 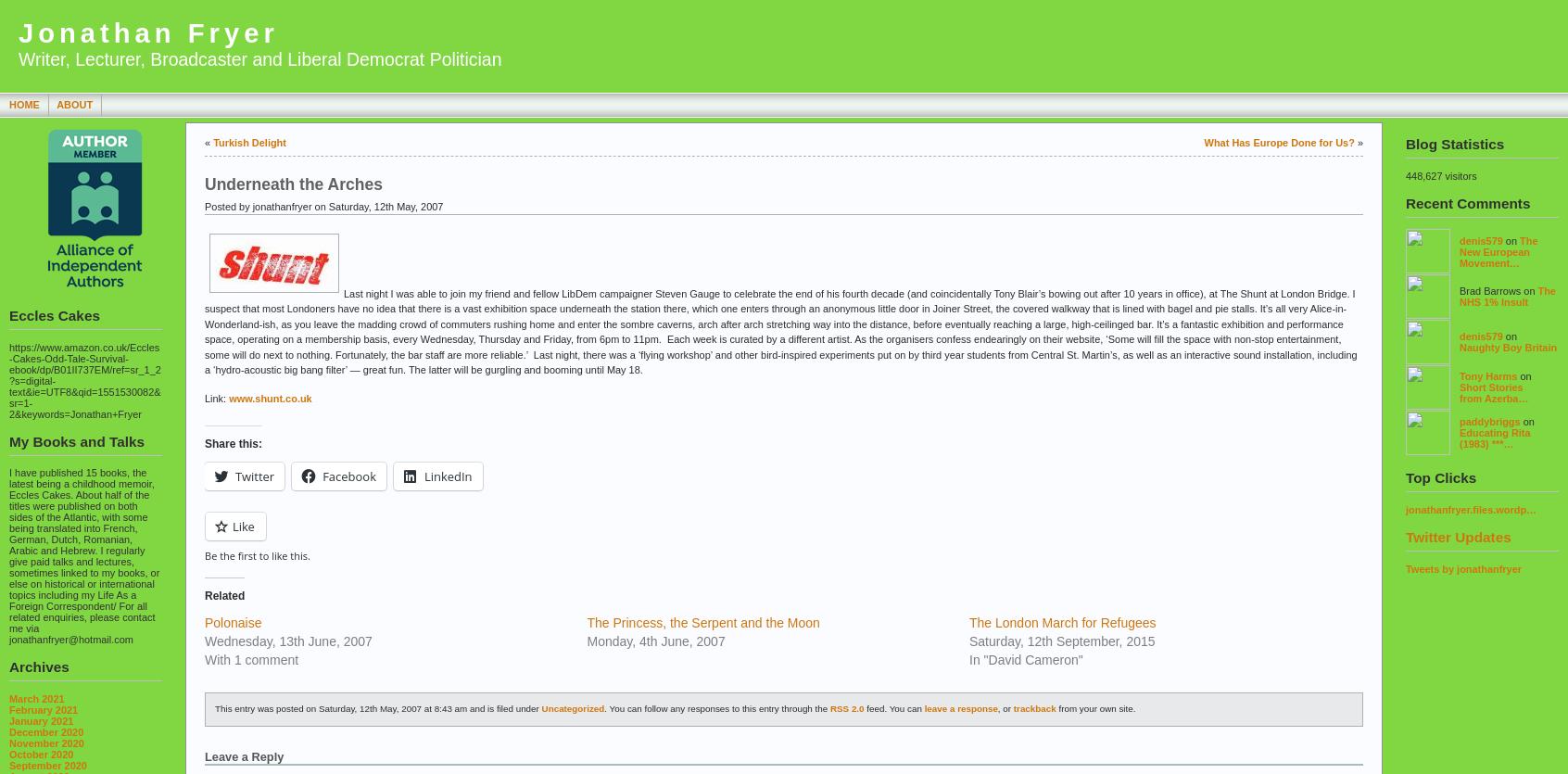 What do you see at coordinates (1498, 250) in the screenshot?
I see `'The New European Movement…'` at bounding box center [1498, 250].